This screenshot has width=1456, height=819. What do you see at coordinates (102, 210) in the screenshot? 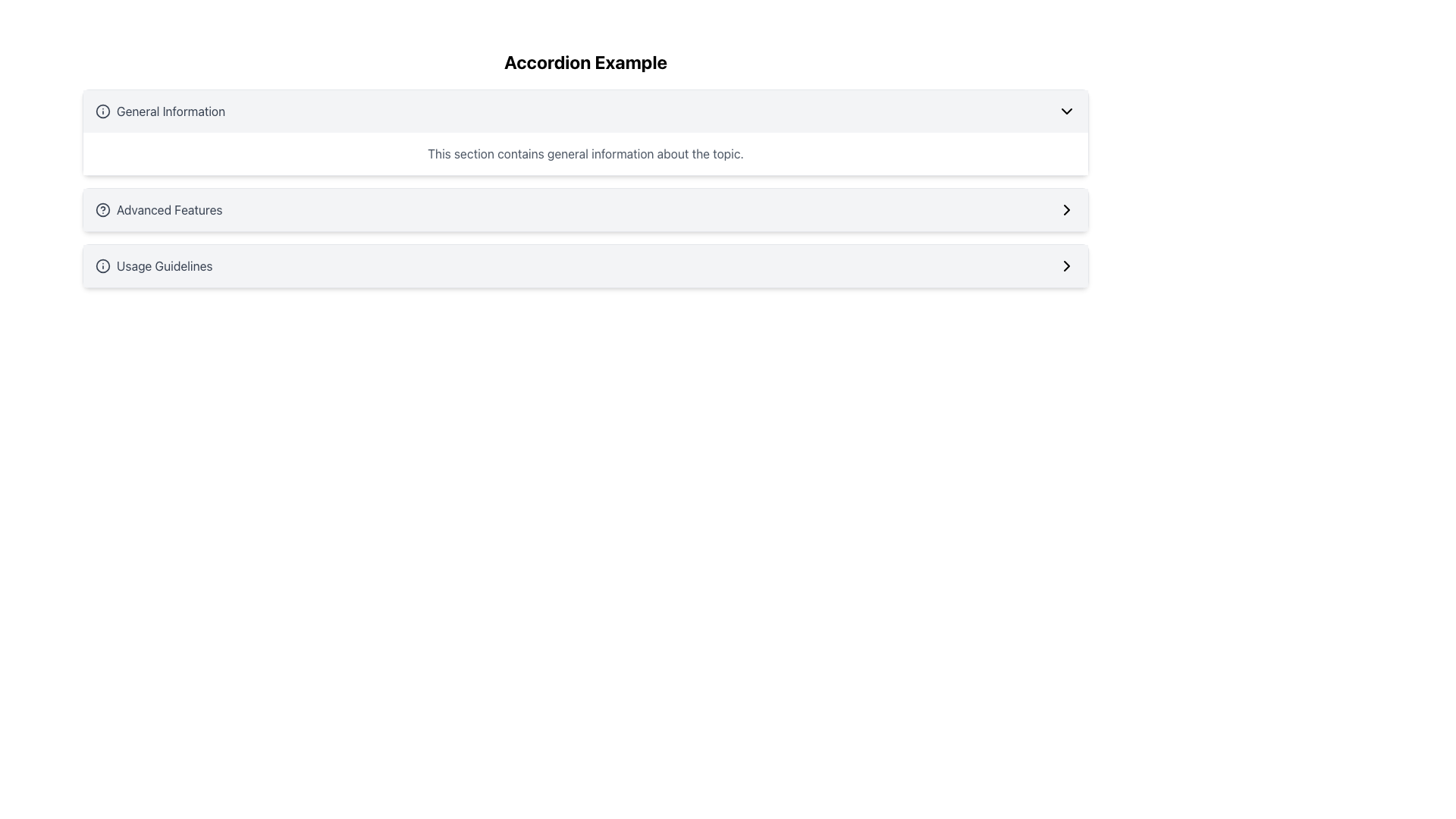
I see `the circular help icon component located adjacent to the 'Advanced Features' entry in the accordion interface` at bounding box center [102, 210].